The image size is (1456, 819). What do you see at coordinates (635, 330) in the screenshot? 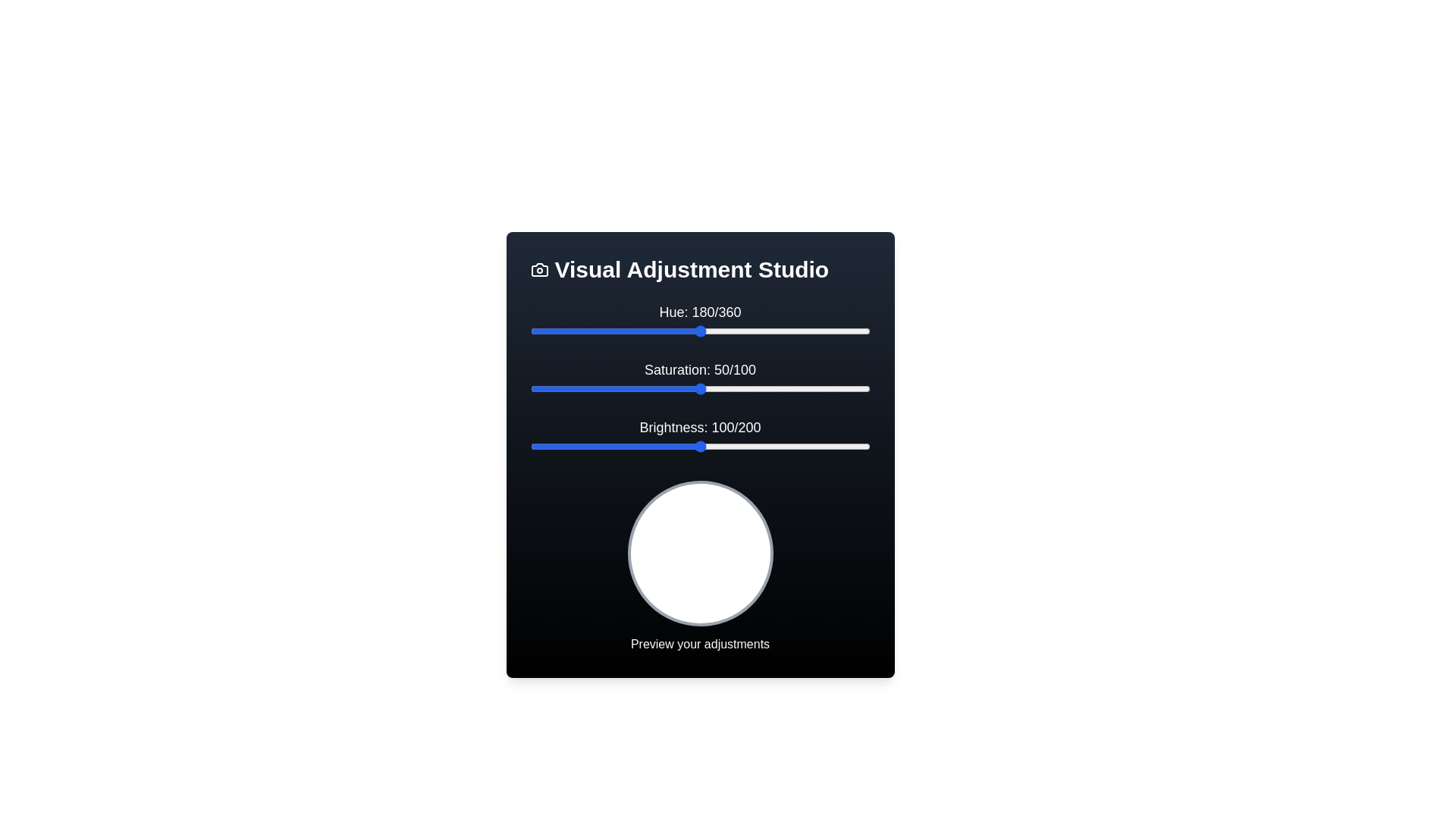
I see `the 'Hue' slider to 111 by dragging the slider` at bounding box center [635, 330].